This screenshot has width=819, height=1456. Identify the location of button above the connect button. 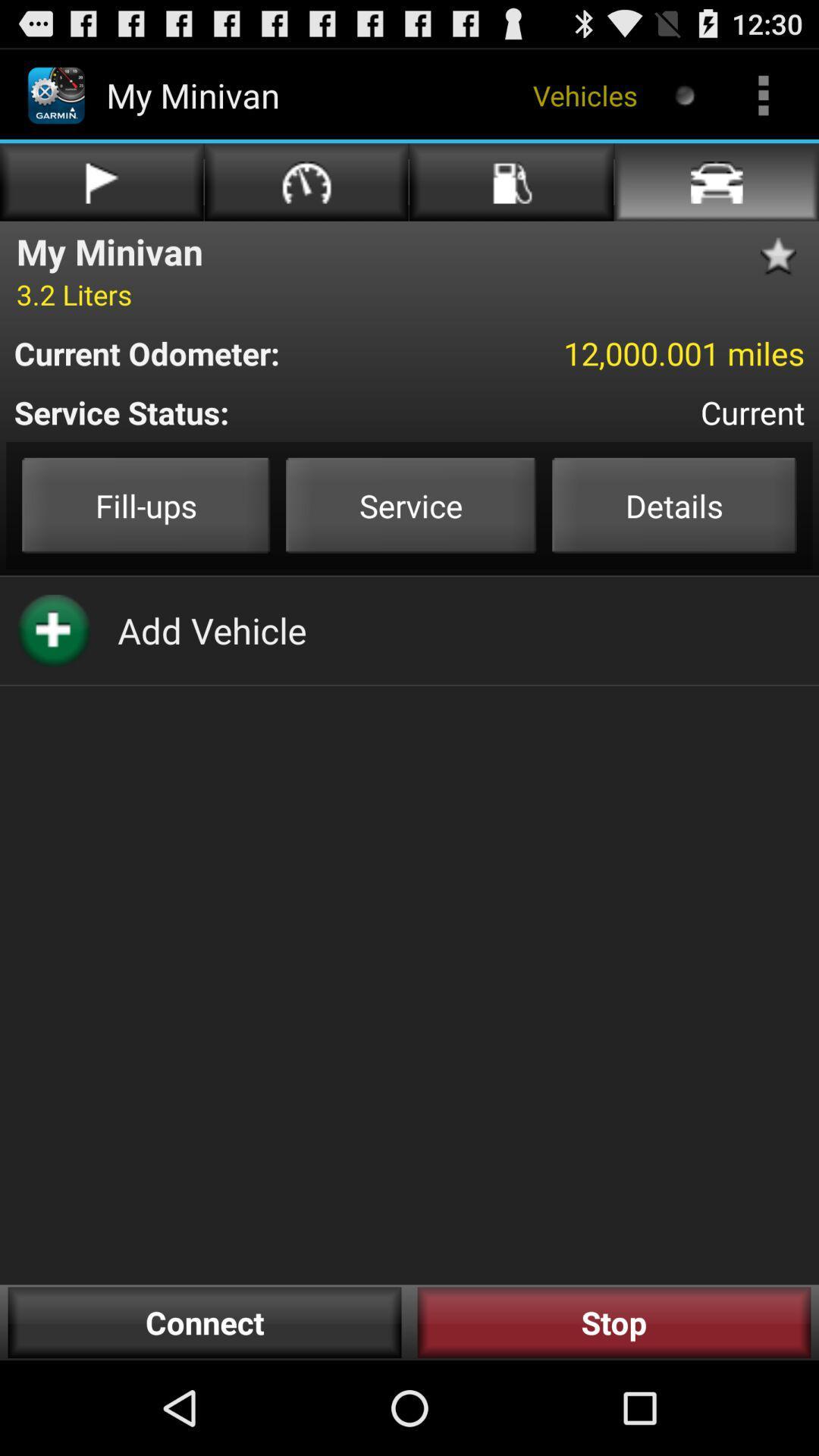
(212, 630).